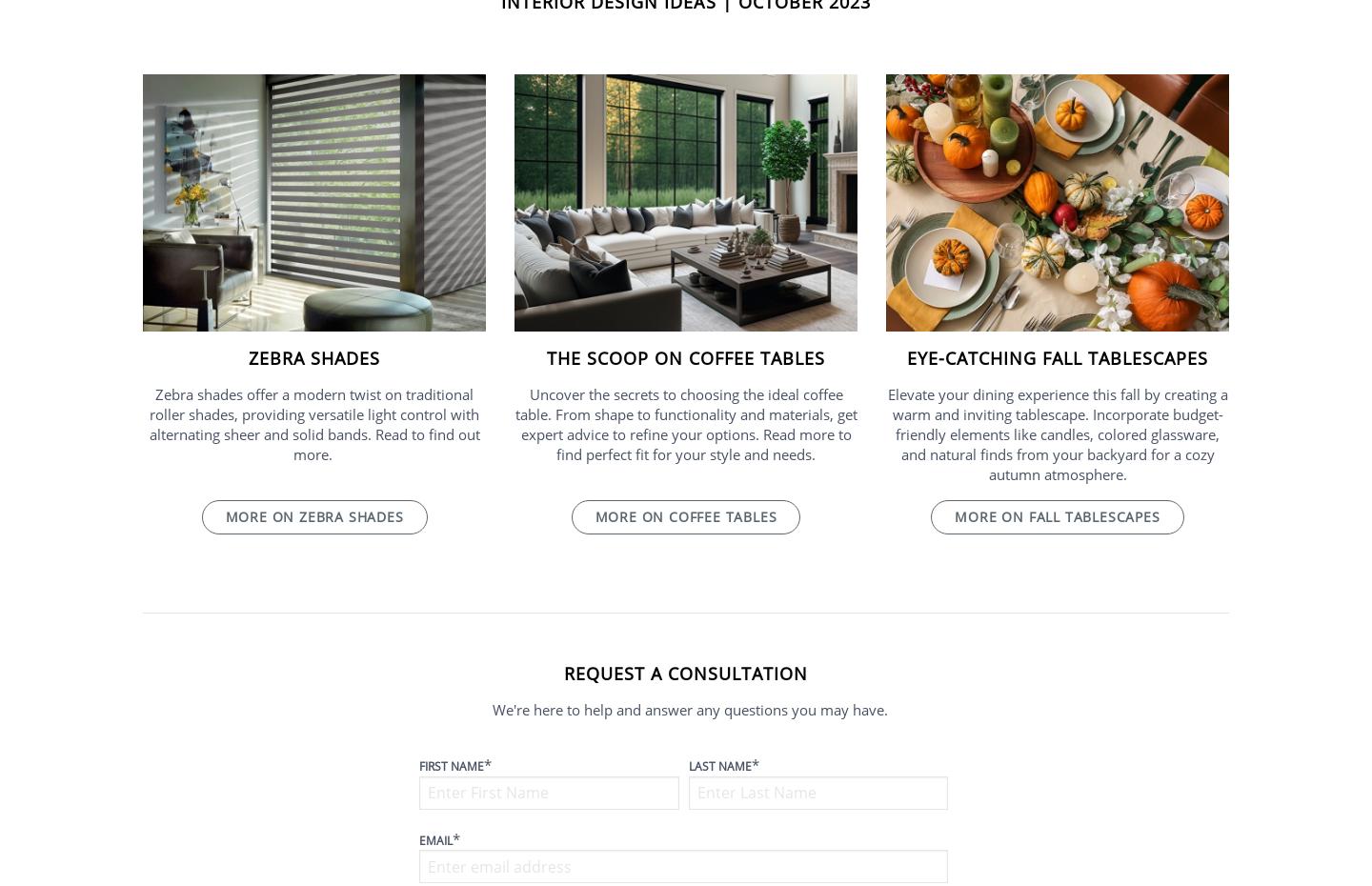  Describe the element at coordinates (452, 765) in the screenshot. I see `'First Name'` at that location.